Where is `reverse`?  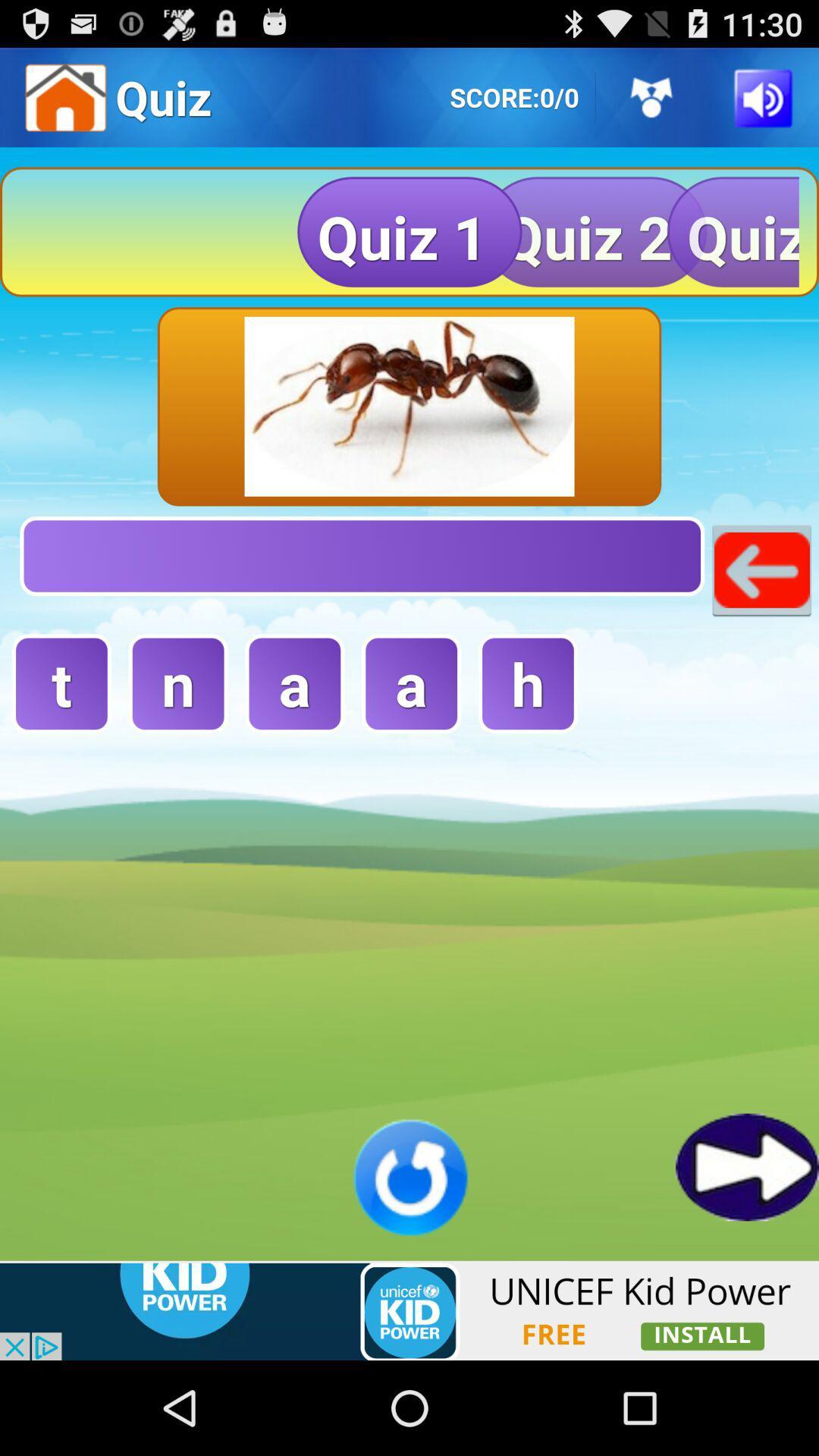
reverse is located at coordinates (409, 1176).